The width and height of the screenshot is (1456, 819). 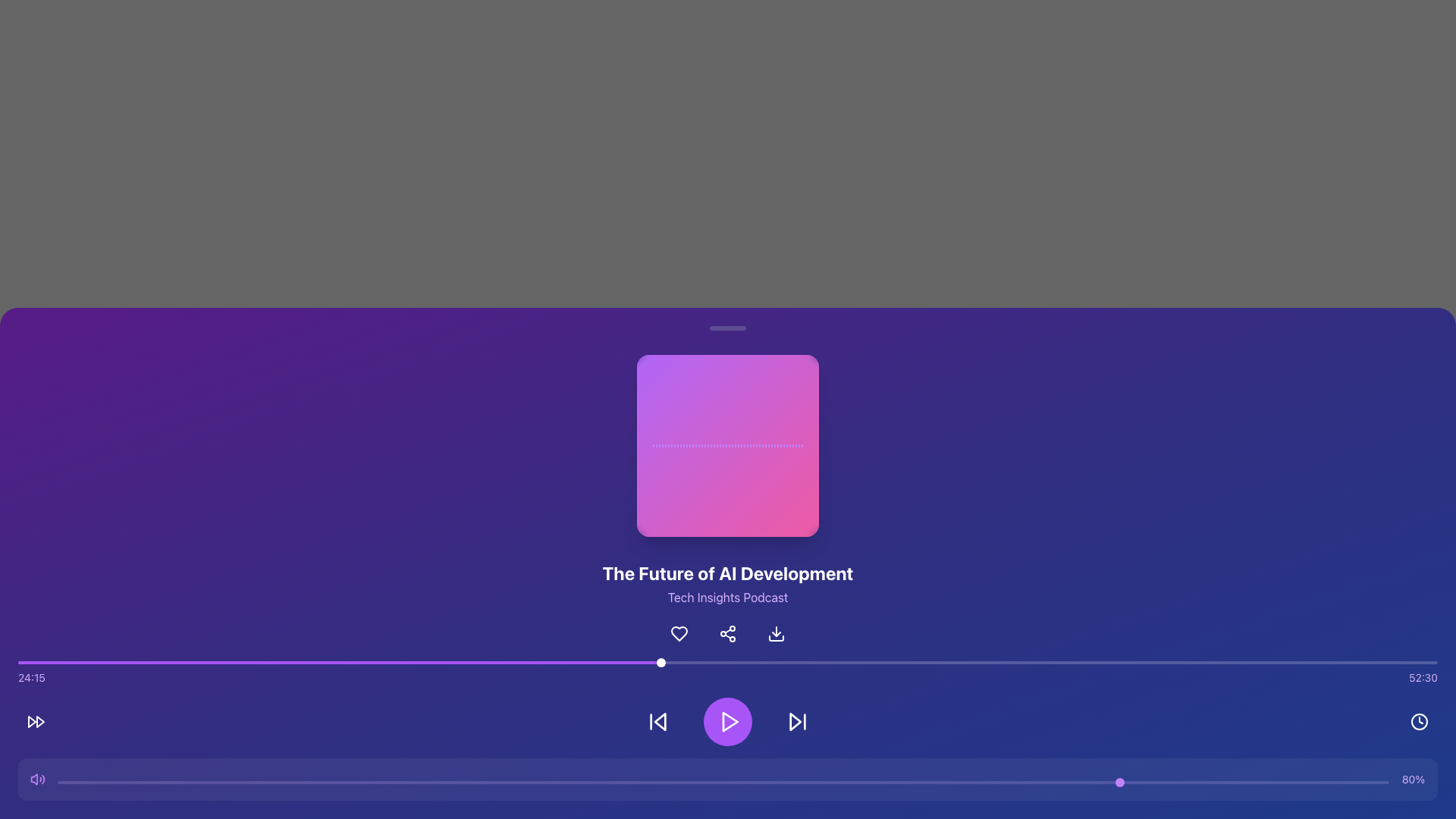 I want to click on the slider position, so click(x=482, y=783).